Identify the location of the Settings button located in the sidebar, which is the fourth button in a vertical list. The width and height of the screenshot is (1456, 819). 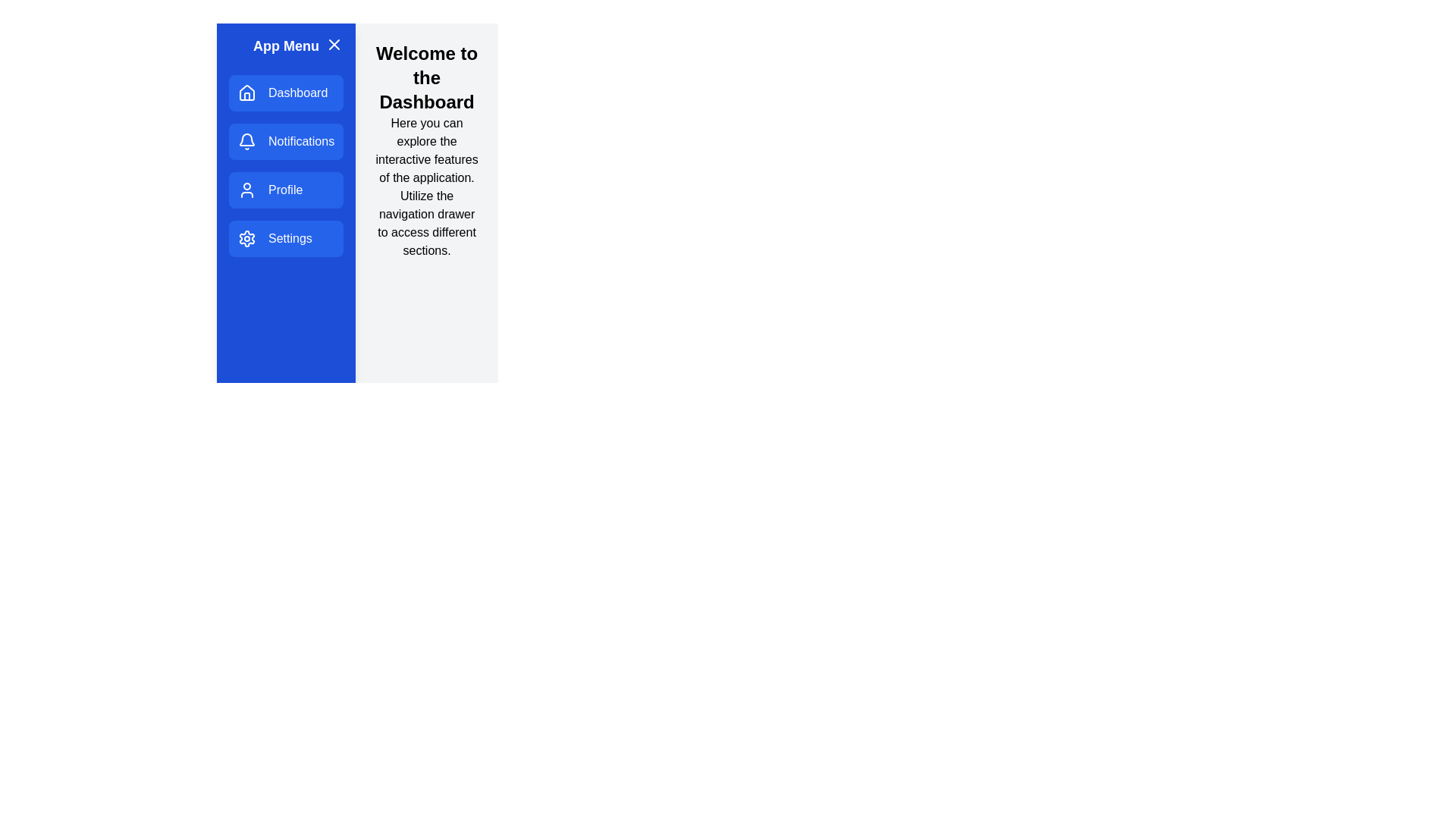
(286, 239).